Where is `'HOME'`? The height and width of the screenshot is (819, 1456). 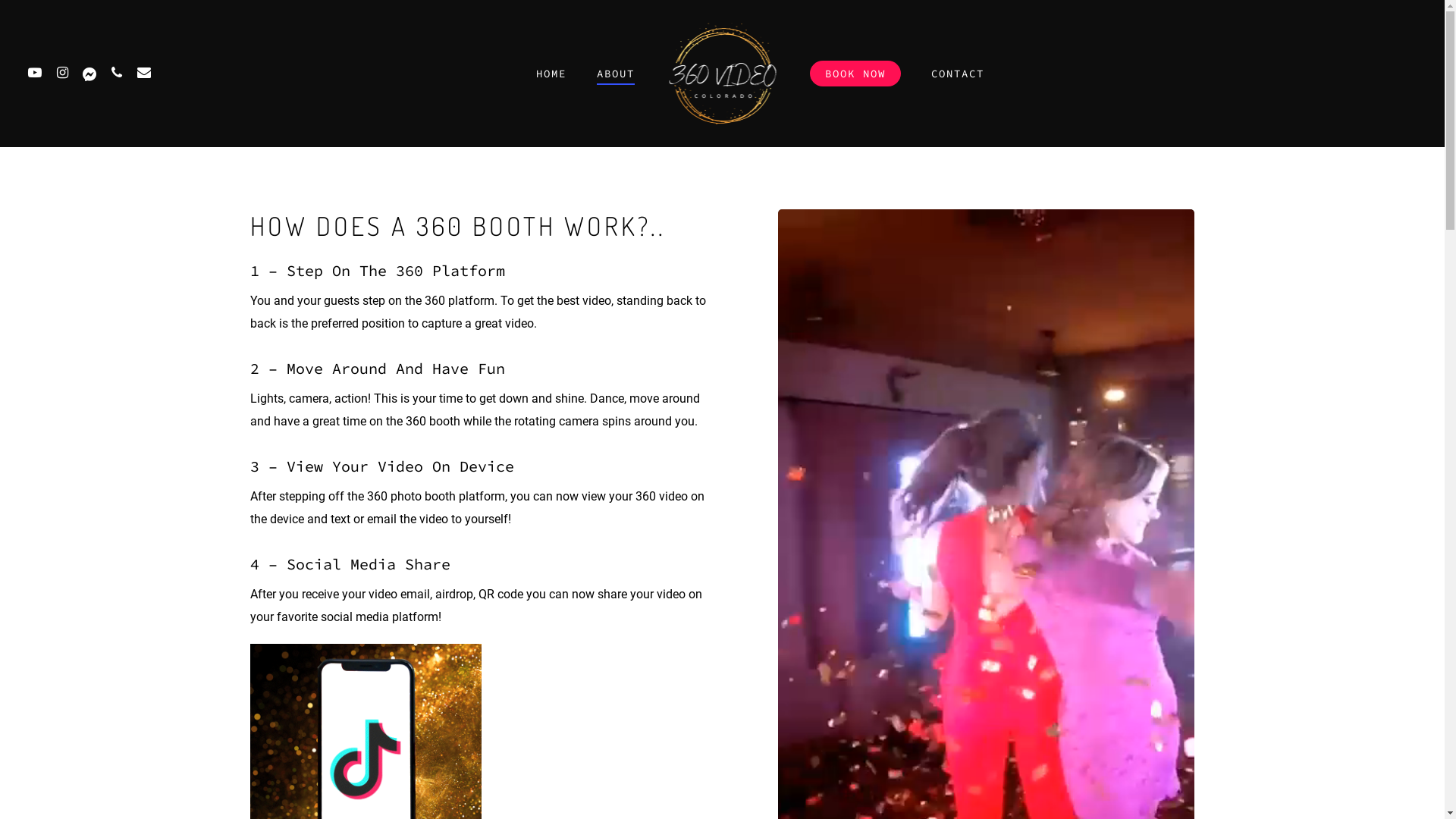
'HOME' is located at coordinates (549, 73).